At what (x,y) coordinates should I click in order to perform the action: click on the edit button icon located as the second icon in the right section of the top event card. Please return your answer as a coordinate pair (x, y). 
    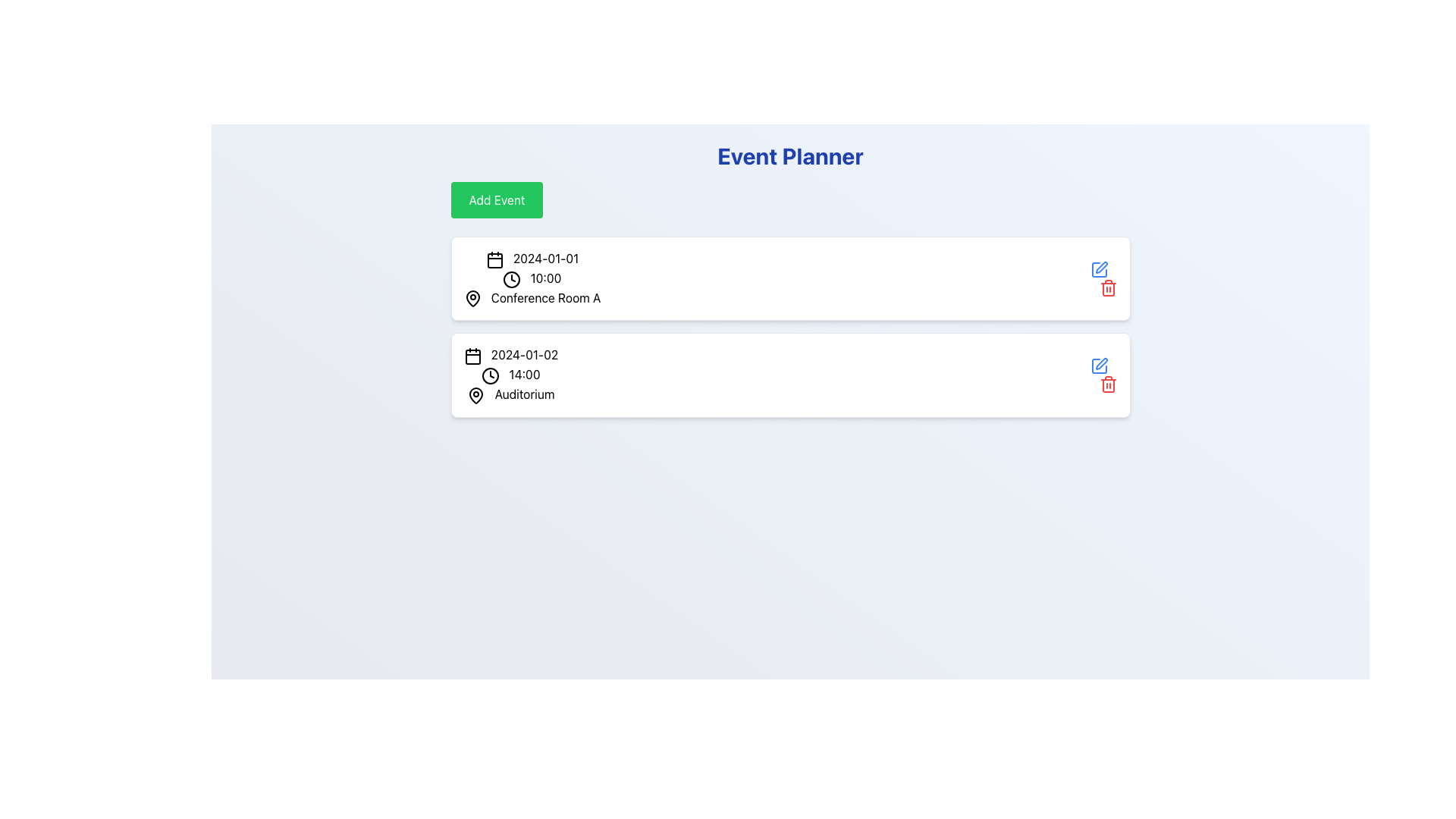
    Looking at the image, I should click on (1101, 266).